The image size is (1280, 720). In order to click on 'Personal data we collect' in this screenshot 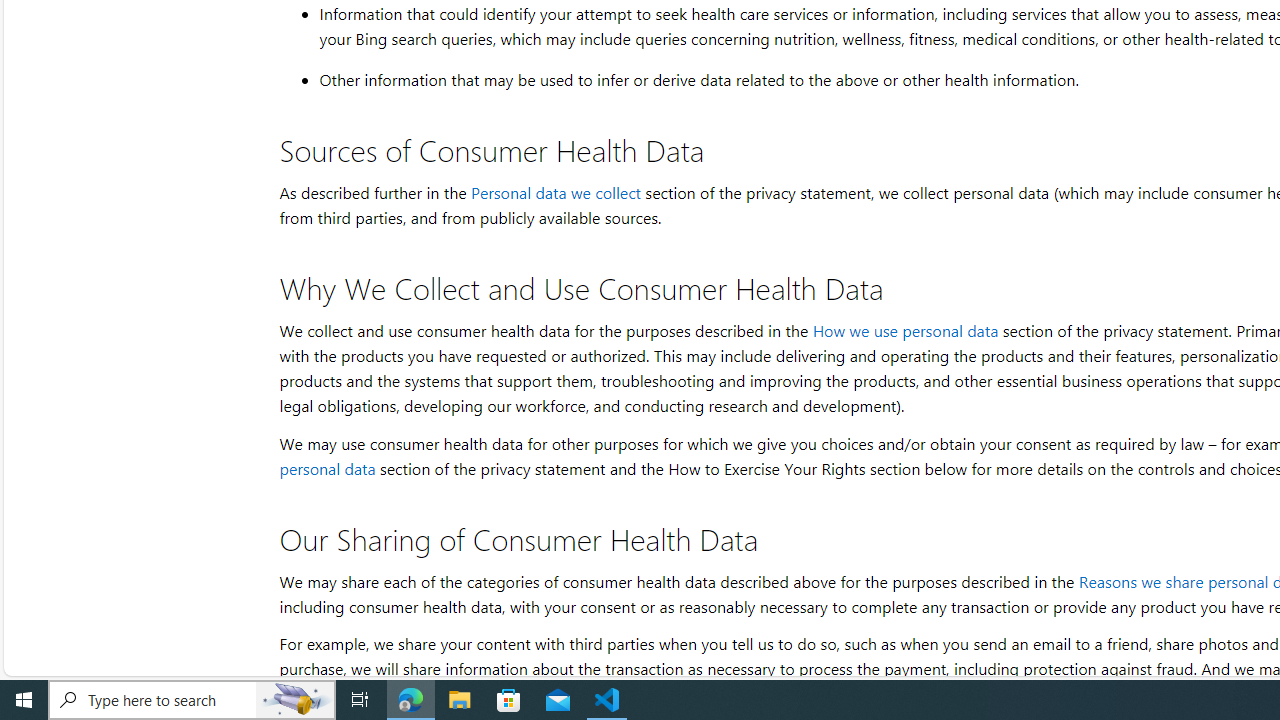, I will do `click(555, 192)`.